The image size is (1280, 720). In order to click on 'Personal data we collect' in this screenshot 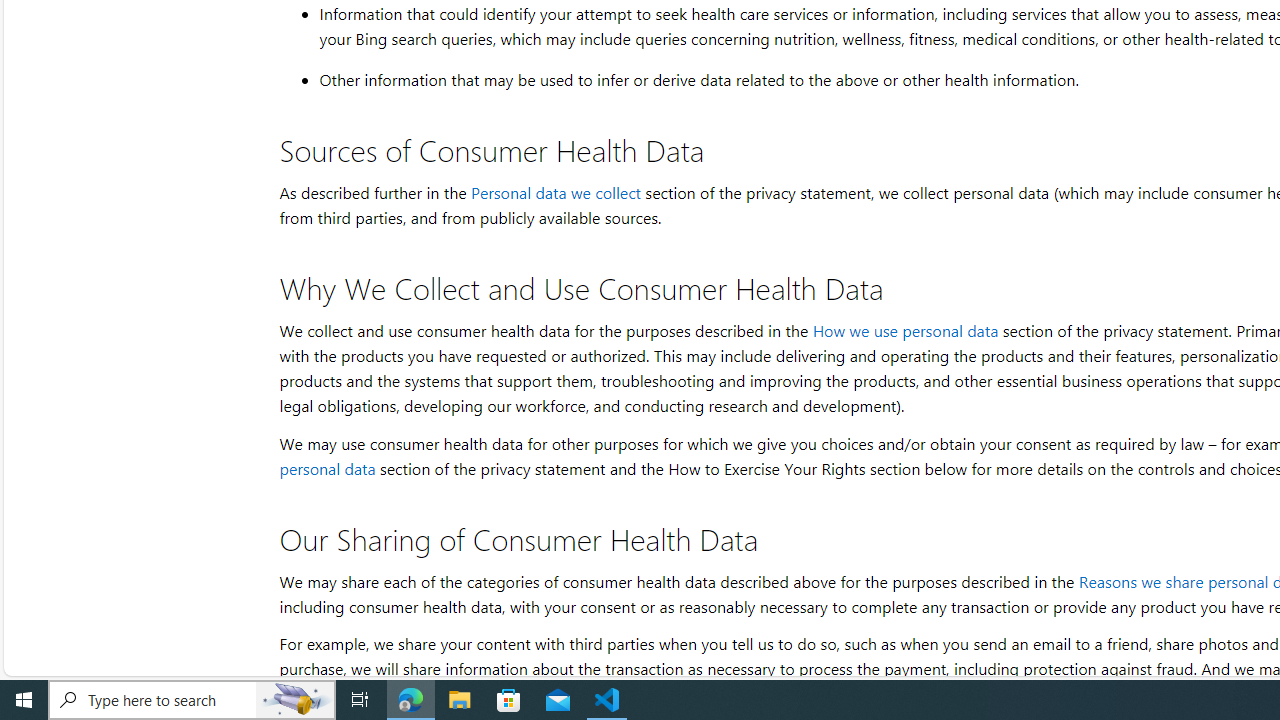, I will do `click(555, 192)`.